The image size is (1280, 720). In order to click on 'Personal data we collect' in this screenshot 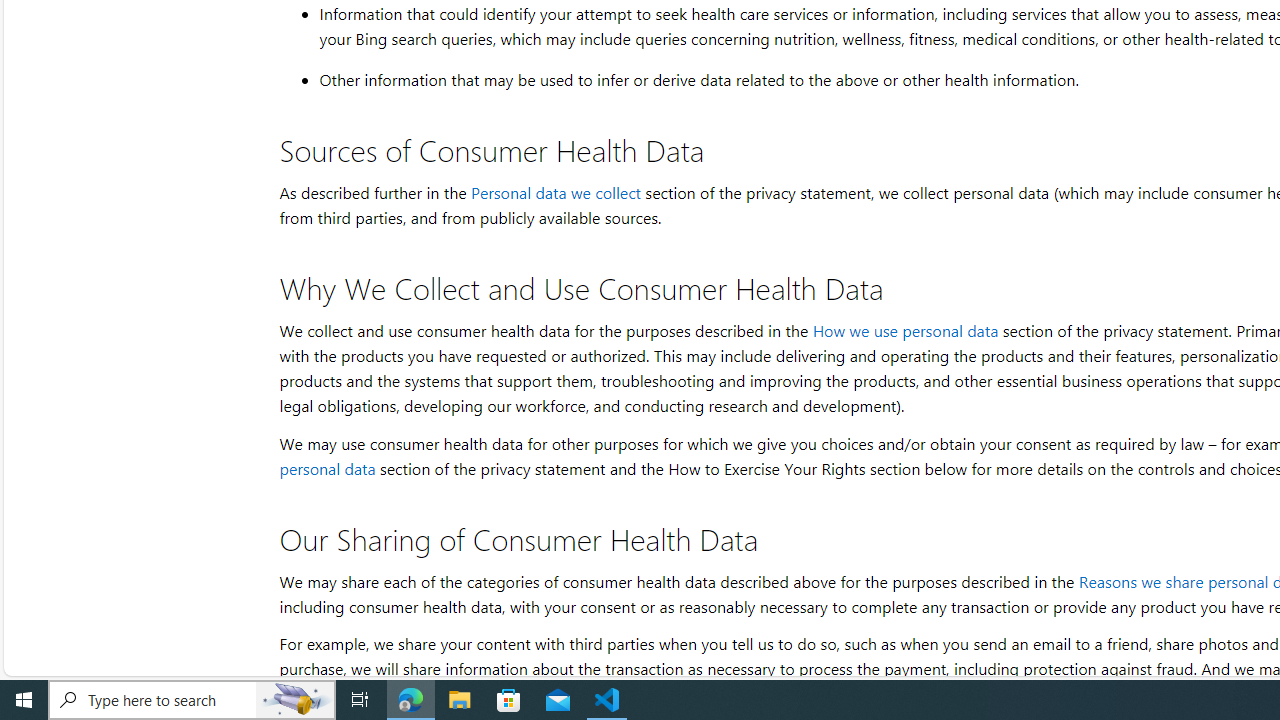, I will do `click(555, 192)`.